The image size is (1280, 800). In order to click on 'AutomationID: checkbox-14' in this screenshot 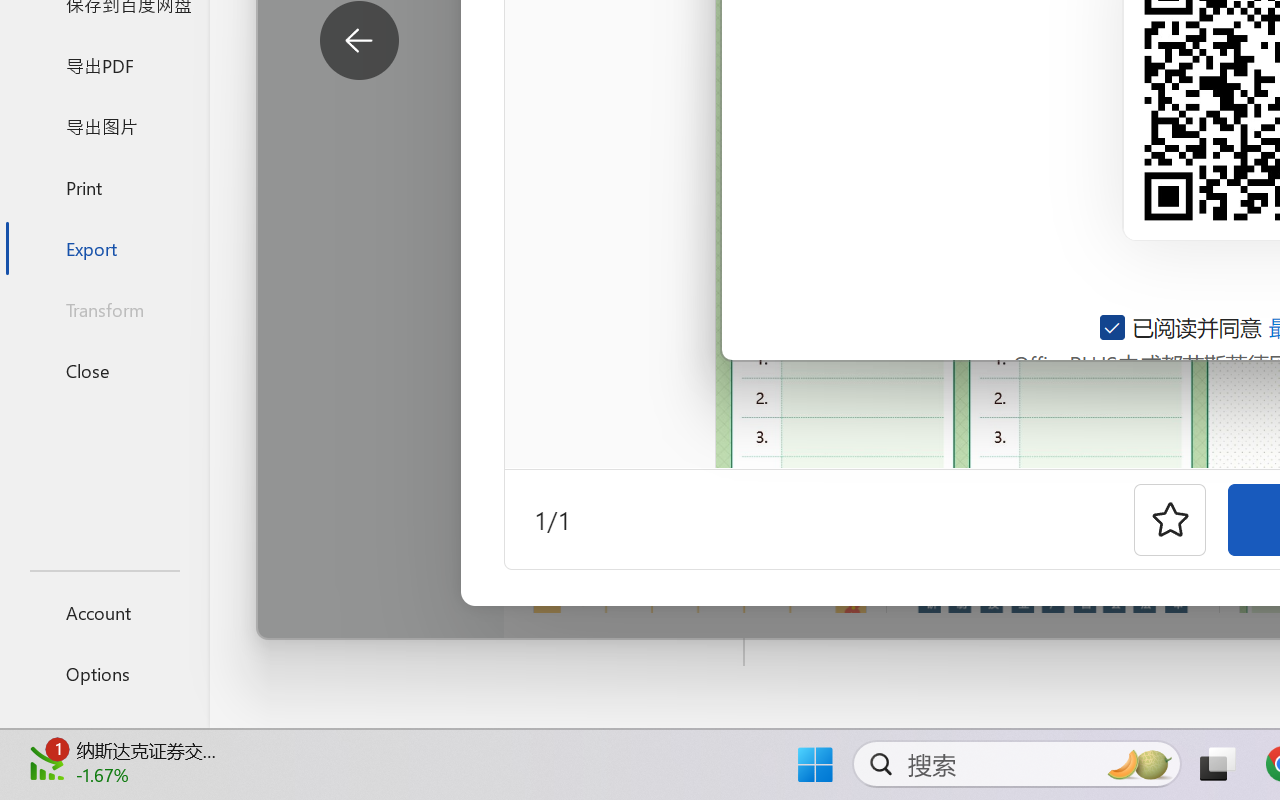, I will do `click(1113, 326)`.